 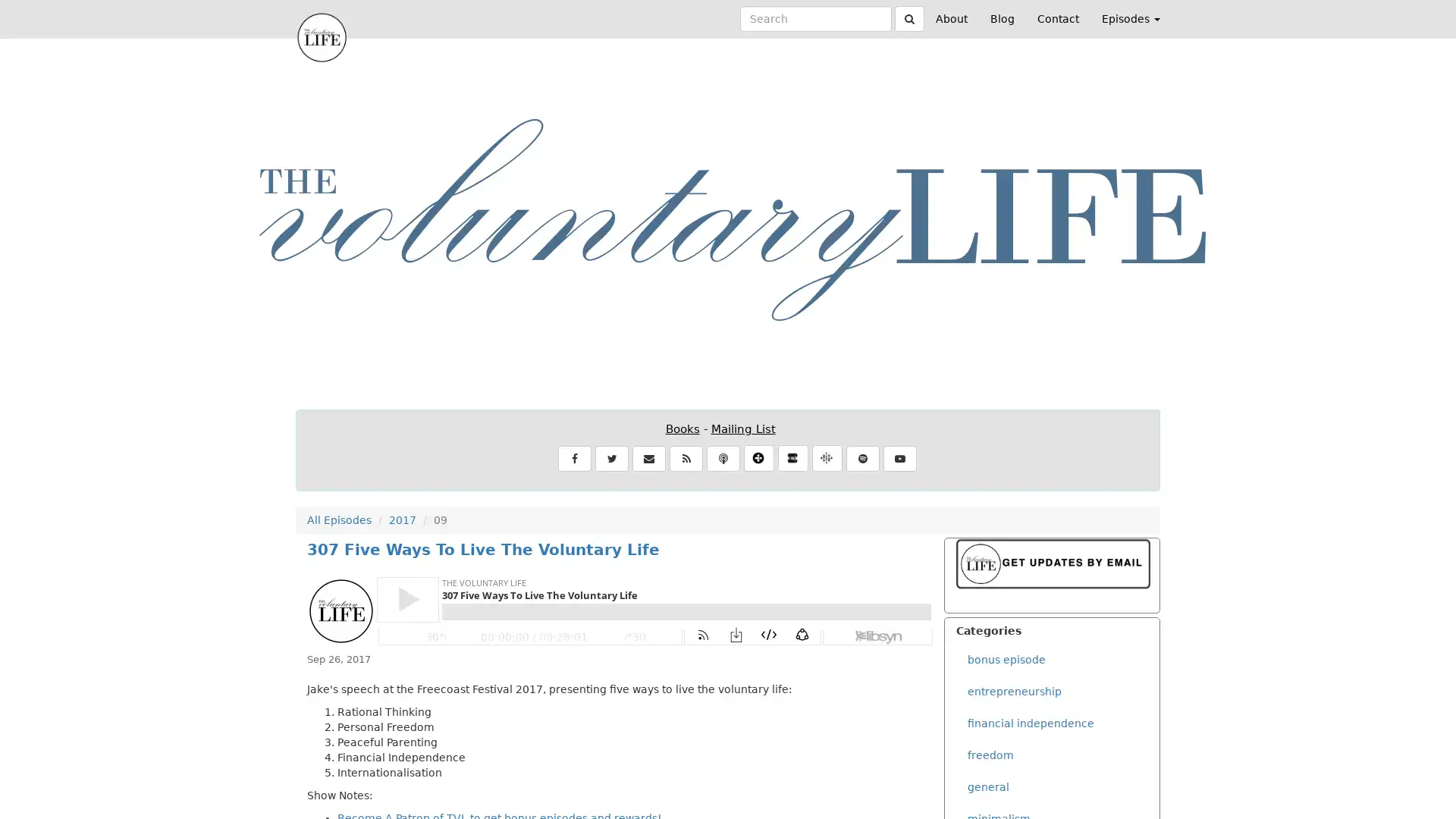 What do you see at coordinates (909, 18) in the screenshot?
I see `Click to submit search` at bounding box center [909, 18].